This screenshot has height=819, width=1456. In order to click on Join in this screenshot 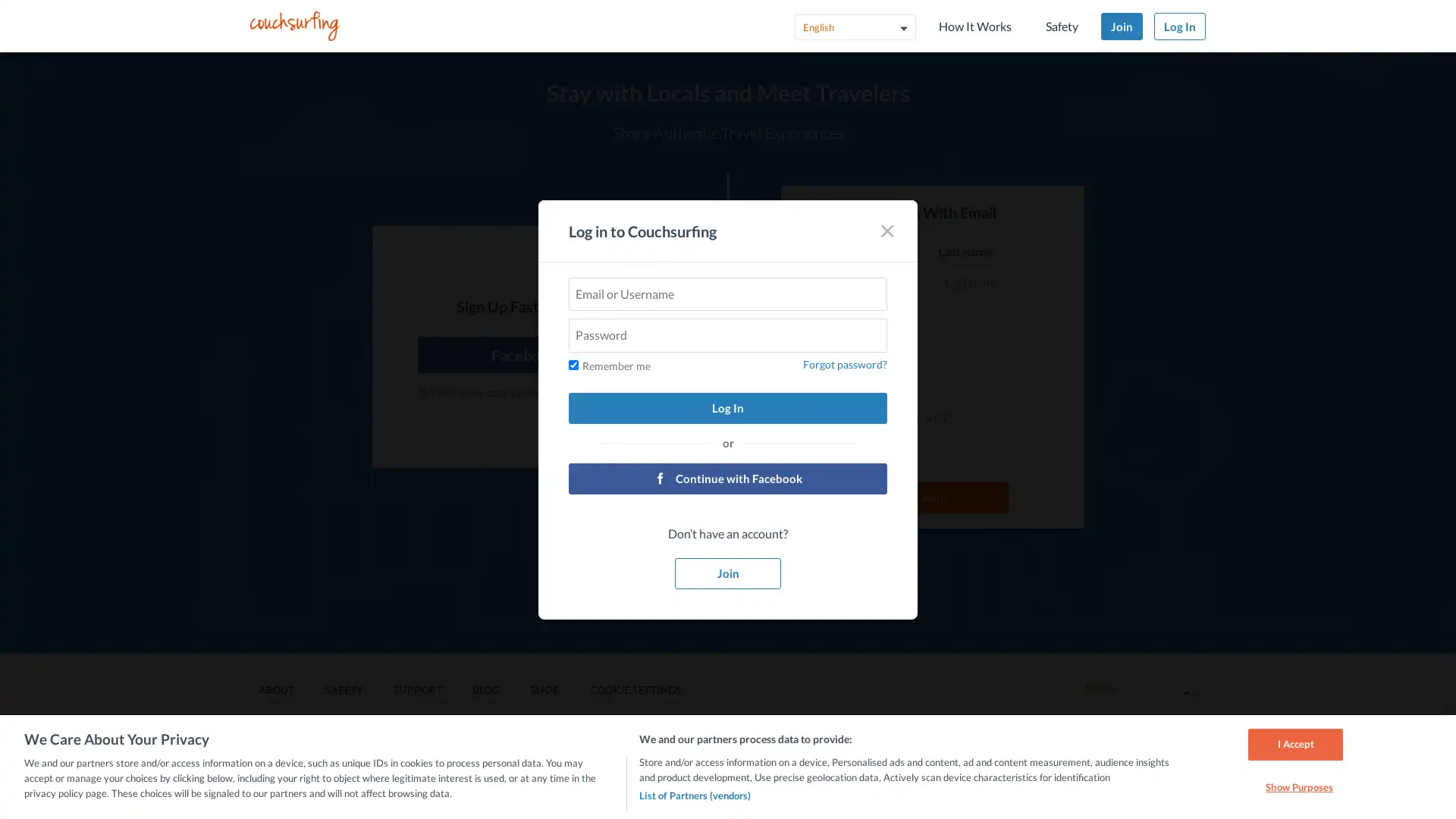, I will do `click(930, 497)`.